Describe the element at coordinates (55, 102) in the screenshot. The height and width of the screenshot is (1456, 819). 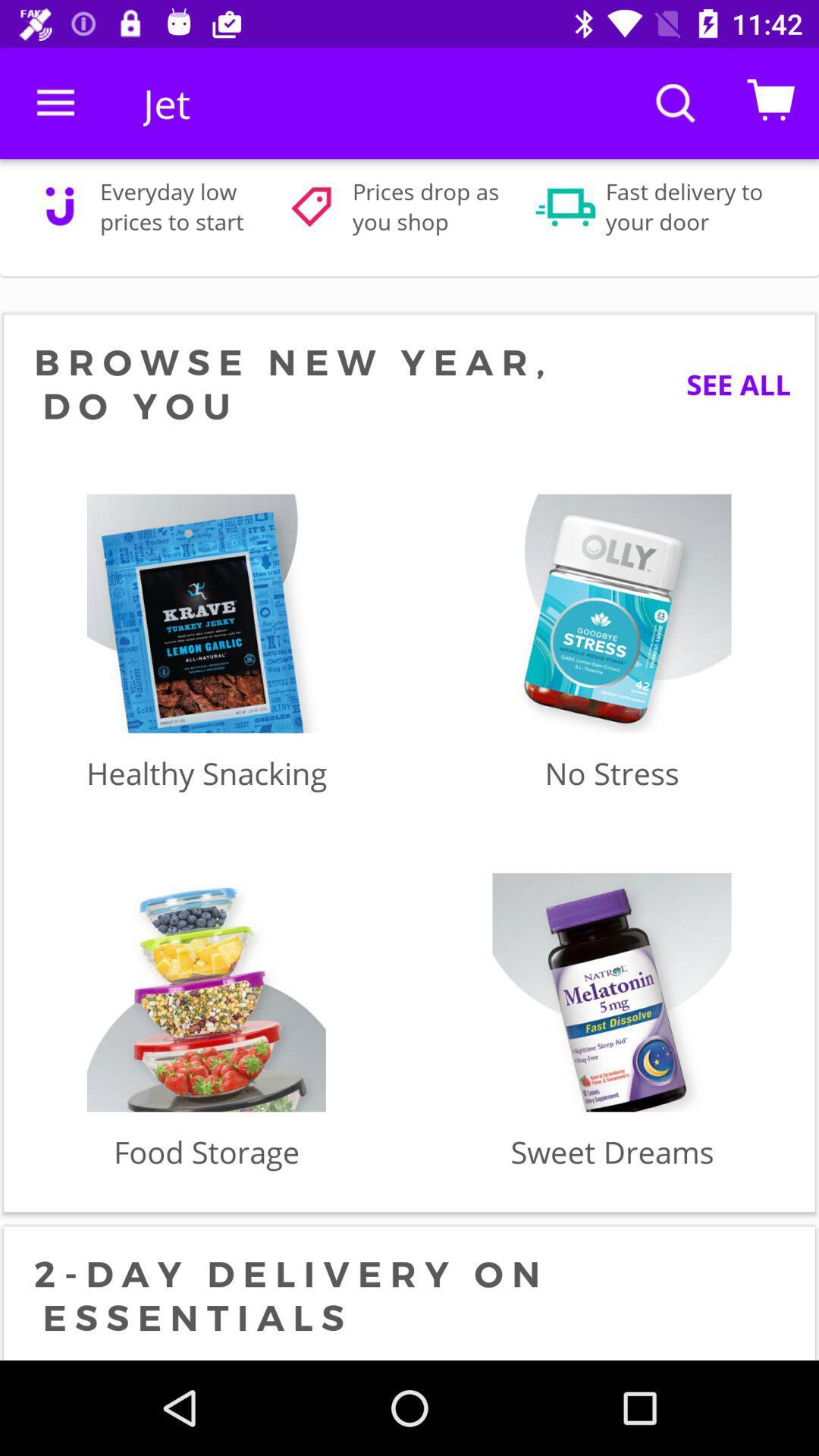
I see `icon next to jet icon` at that location.